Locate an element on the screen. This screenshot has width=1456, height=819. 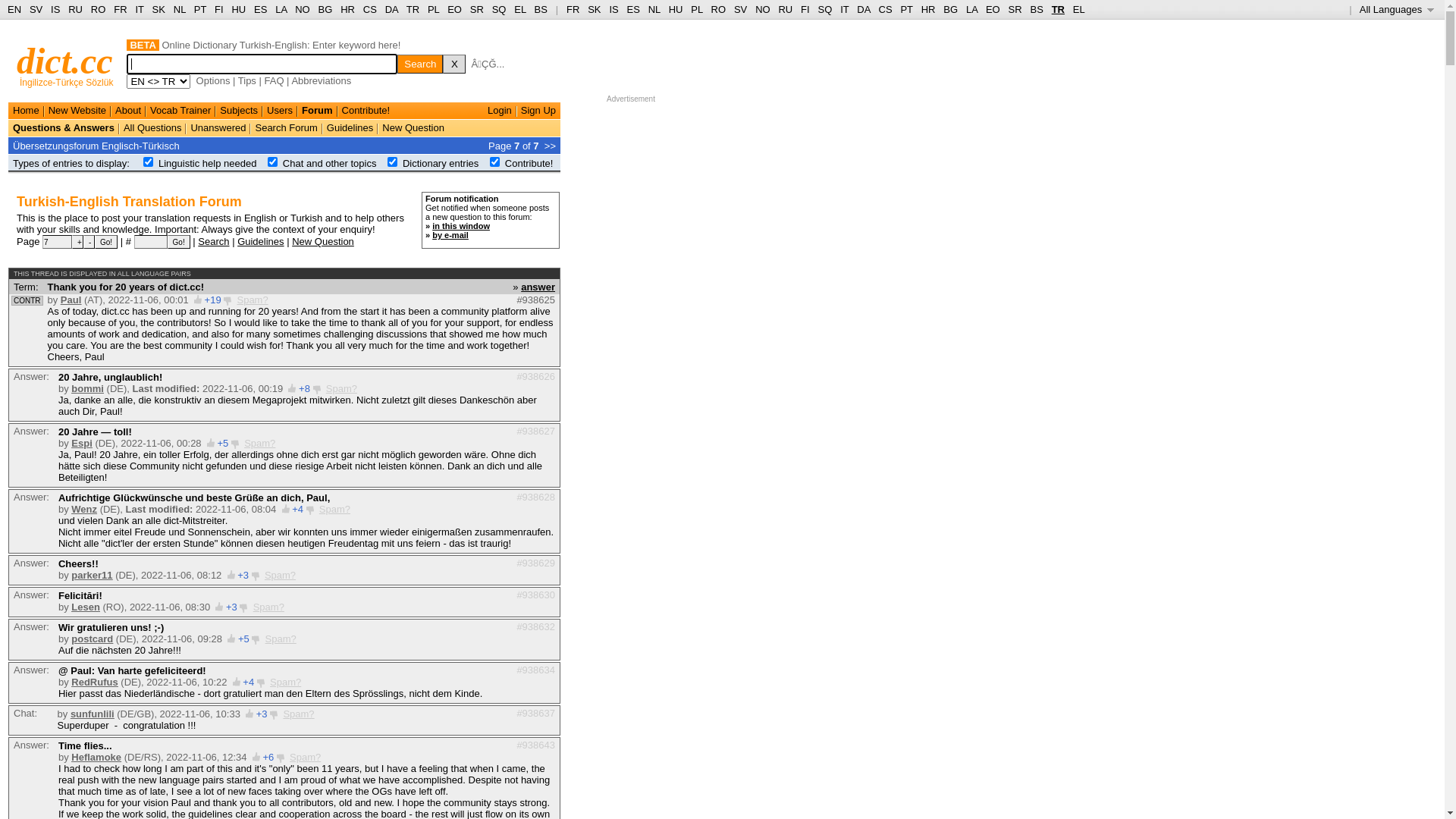
'EO' is located at coordinates (453, 9).